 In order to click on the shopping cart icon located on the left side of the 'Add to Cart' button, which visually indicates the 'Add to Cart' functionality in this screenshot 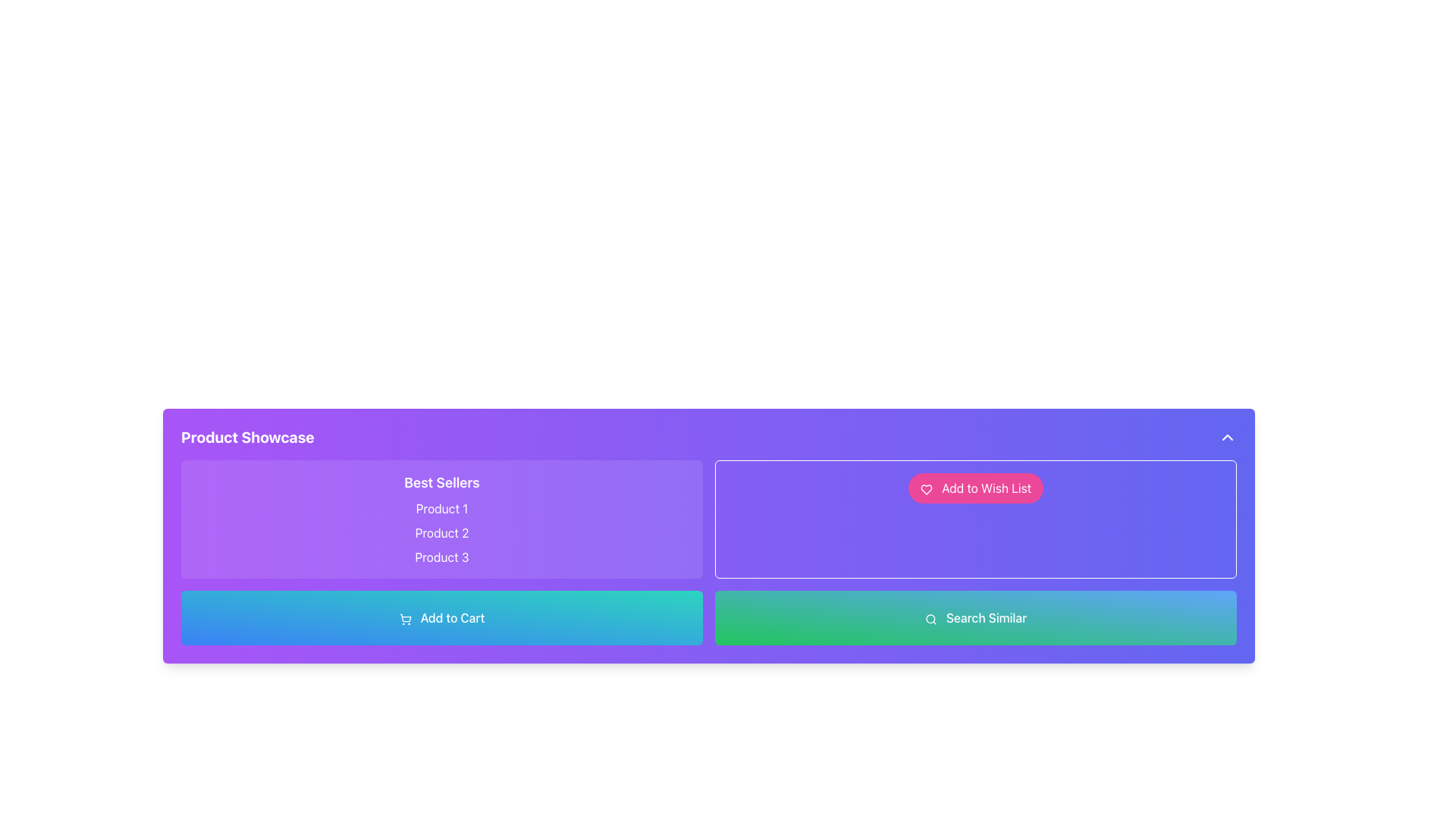, I will do `click(405, 619)`.